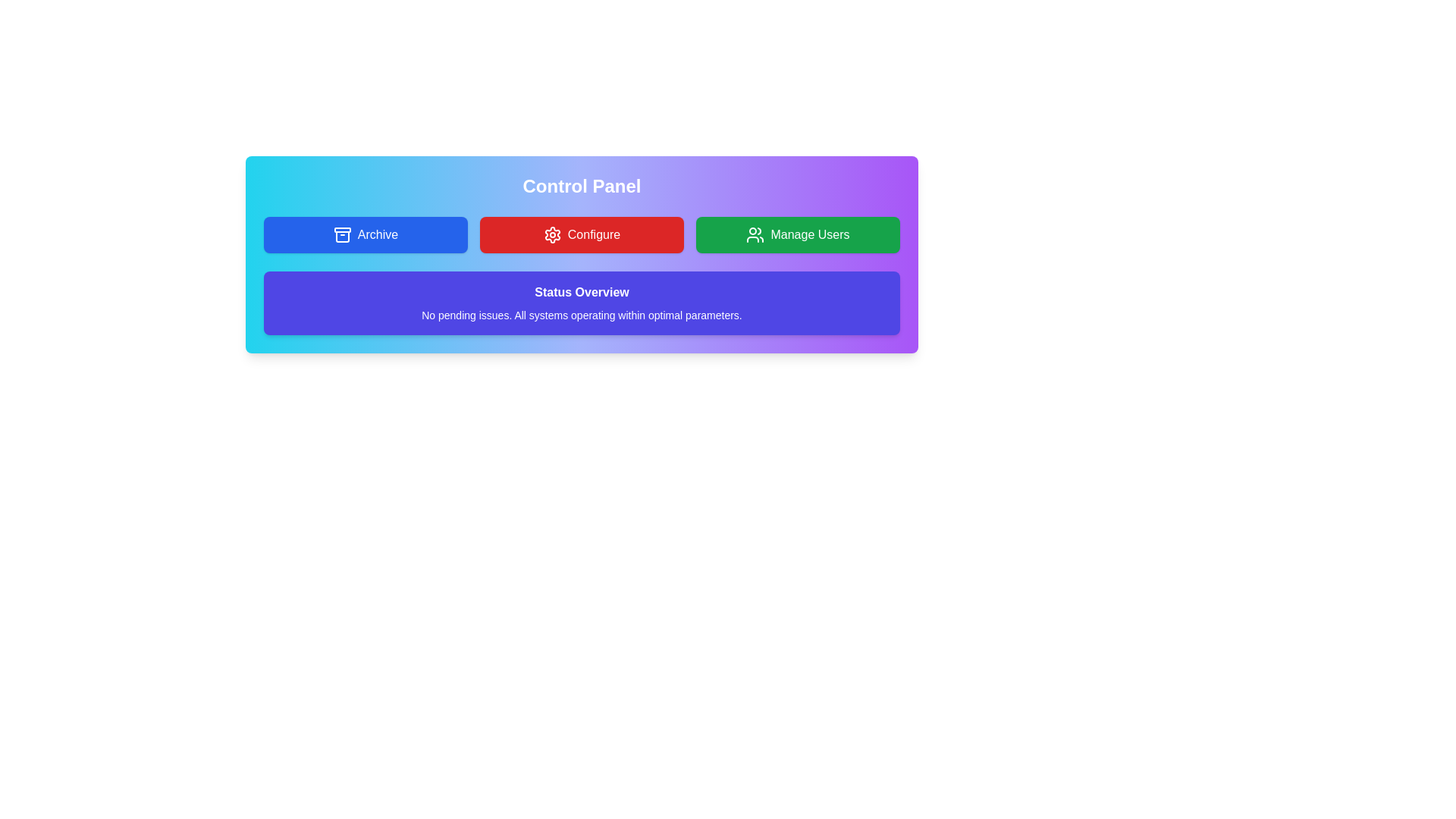 The width and height of the screenshot is (1456, 819). Describe the element at coordinates (551, 234) in the screenshot. I see `the gear icon with a red background located within the 'Configure' button for visual feedback` at that location.